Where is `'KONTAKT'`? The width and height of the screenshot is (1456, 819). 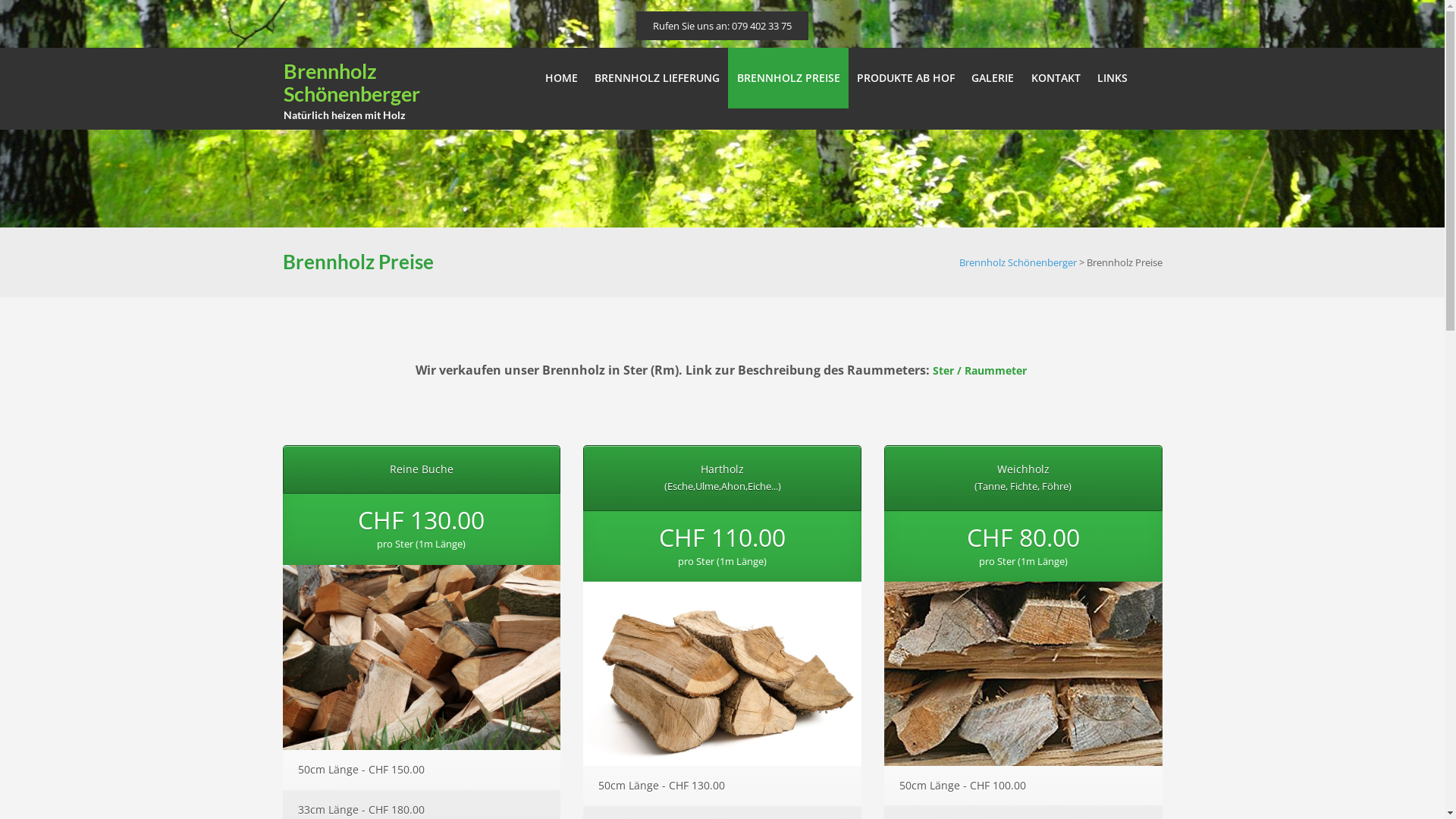 'KONTAKT' is located at coordinates (1054, 78).